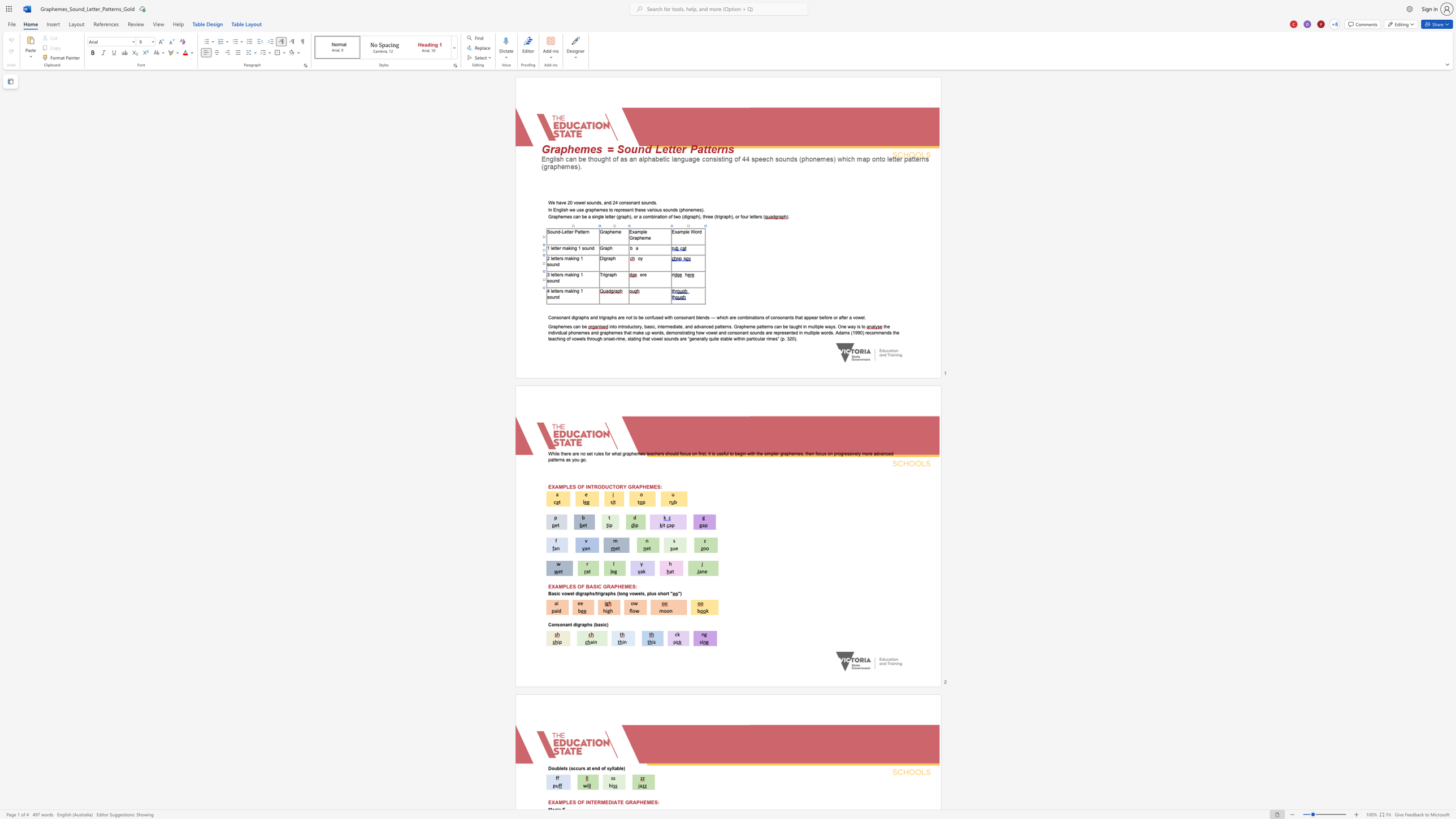  Describe the element at coordinates (649, 327) in the screenshot. I see `the space between the continuous character "a" and "s" in the text` at that location.